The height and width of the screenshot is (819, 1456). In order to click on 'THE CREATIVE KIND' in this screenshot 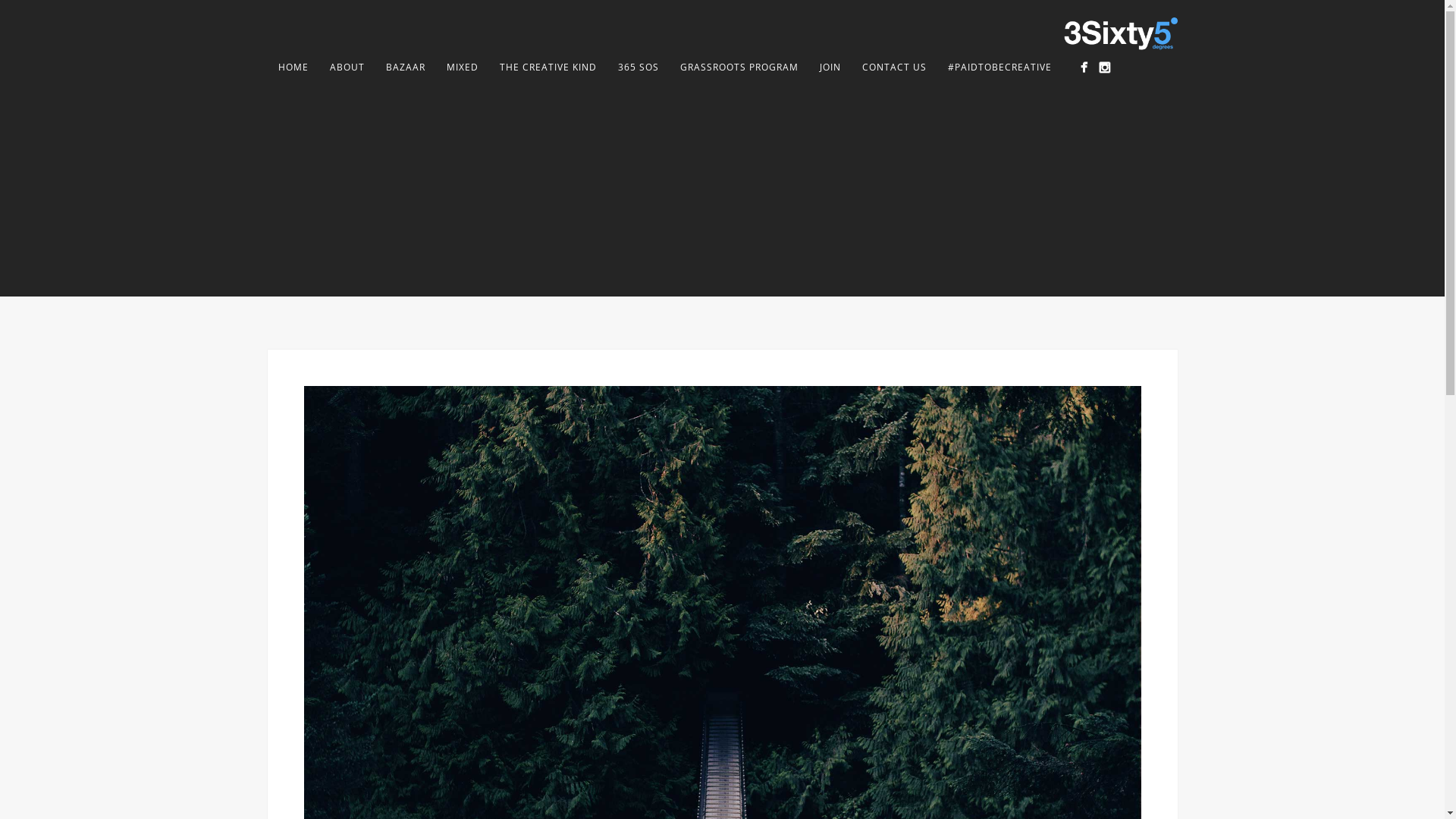, I will do `click(546, 66)`.